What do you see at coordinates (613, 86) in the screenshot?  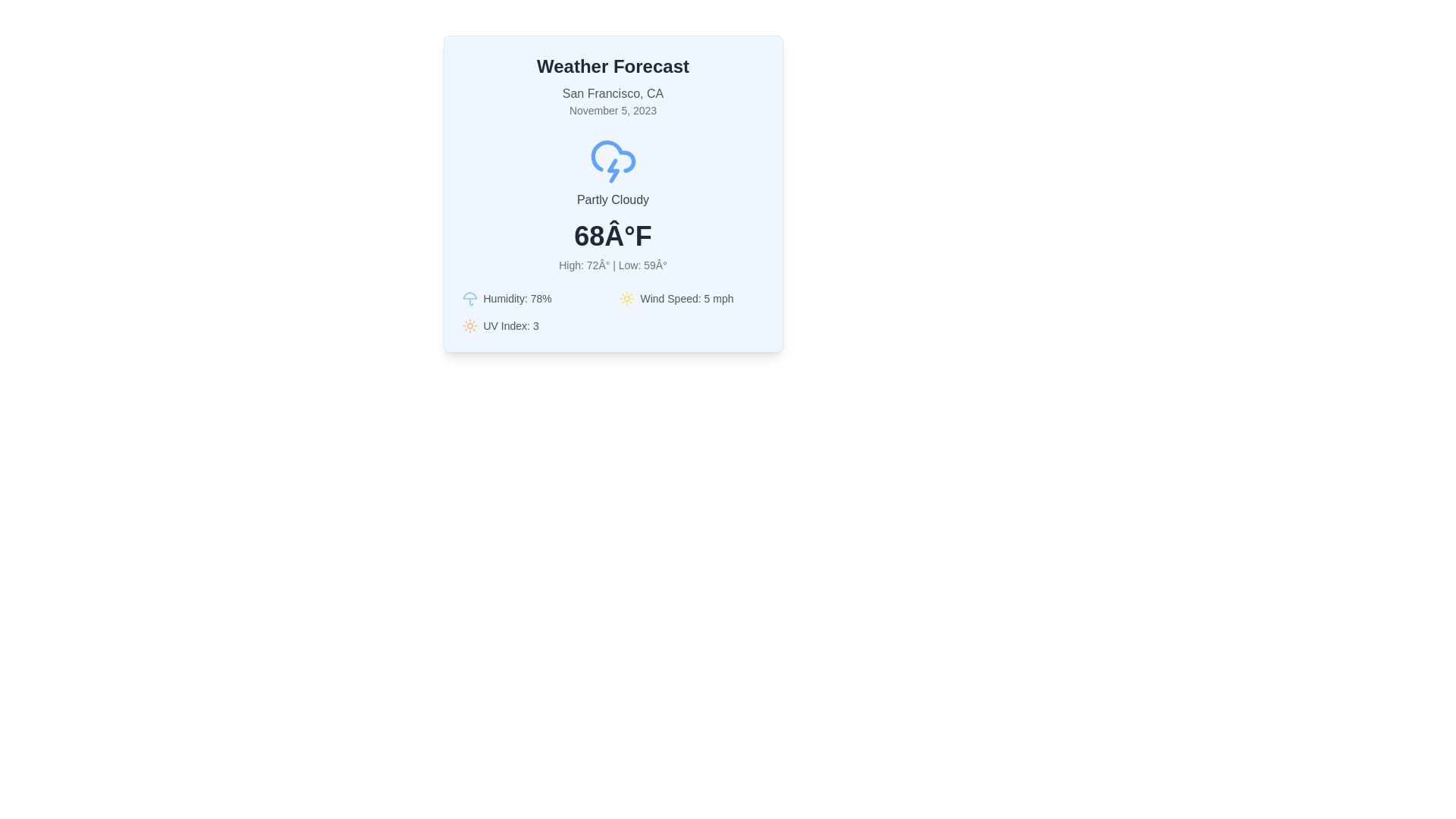 I see `the text in the centrally aligned section displaying 'Weather Forecast', 'San Francisco, CA', and 'November 5, 2023' by clicking and dragging` at bounding box center [613, 86].